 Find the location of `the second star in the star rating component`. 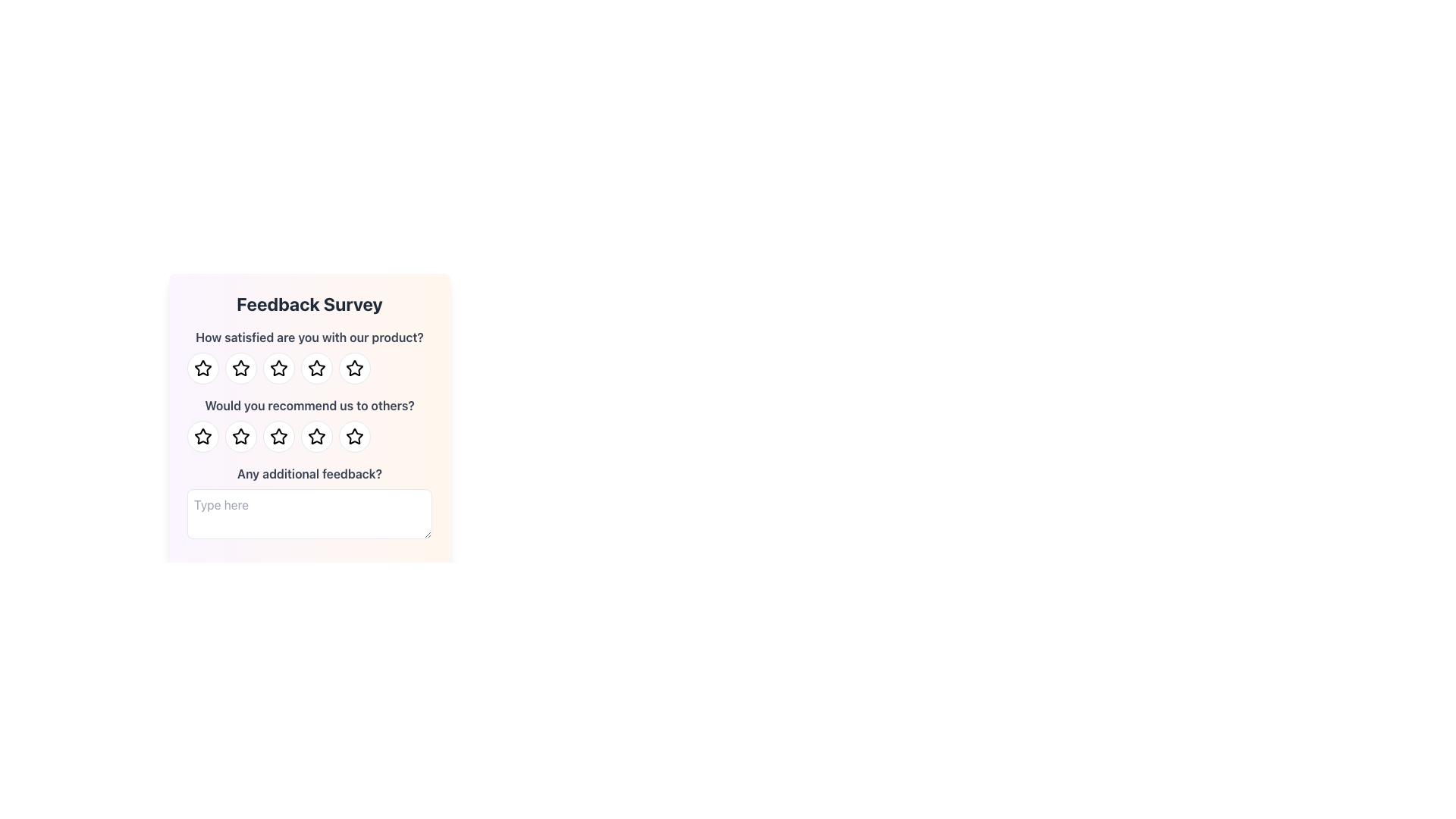

the second star in the star rating component is located at coordinates (279, 369).